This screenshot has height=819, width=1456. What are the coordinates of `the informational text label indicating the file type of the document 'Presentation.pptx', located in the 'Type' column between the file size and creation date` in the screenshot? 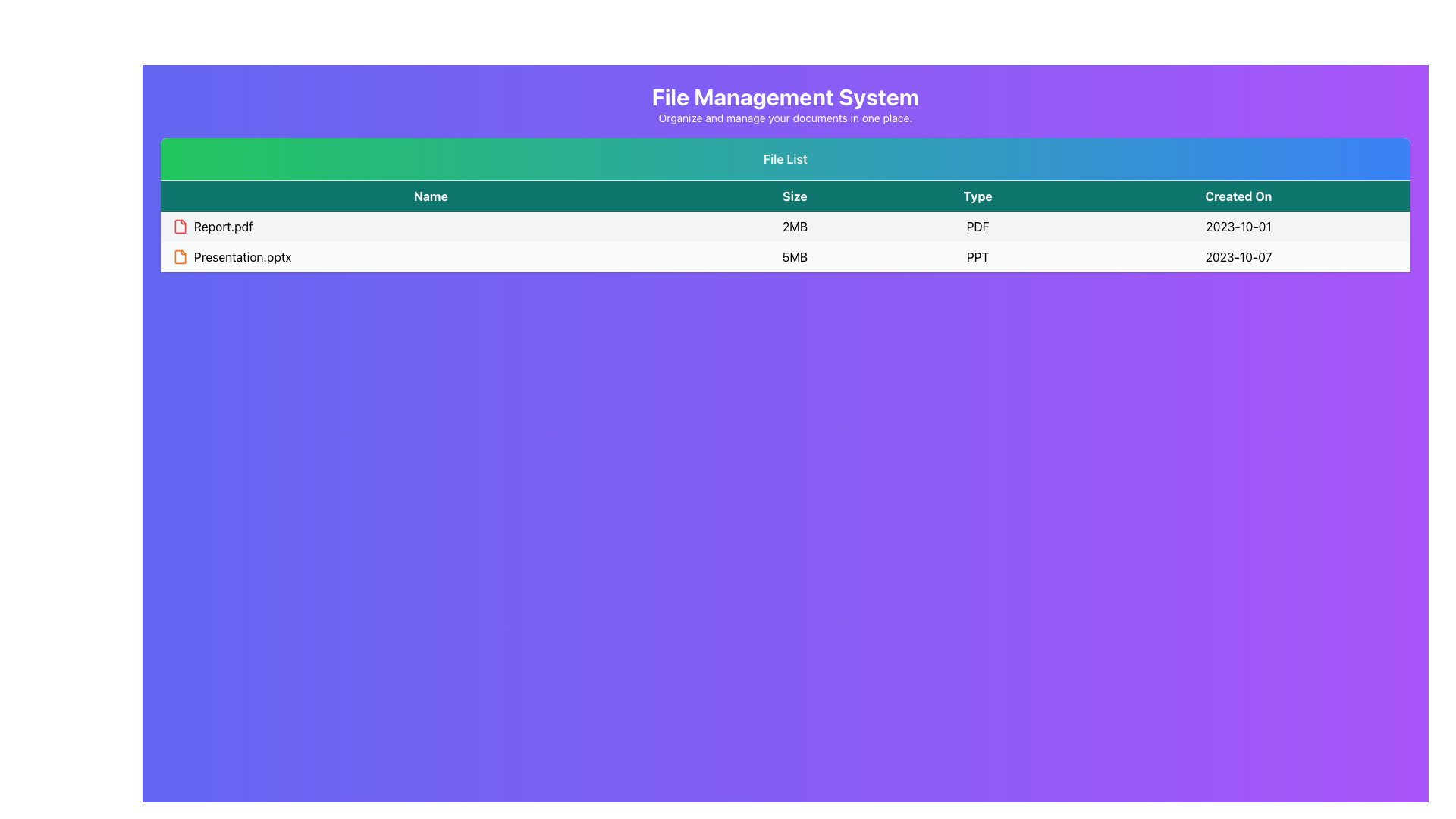 It's located at (977, 256).